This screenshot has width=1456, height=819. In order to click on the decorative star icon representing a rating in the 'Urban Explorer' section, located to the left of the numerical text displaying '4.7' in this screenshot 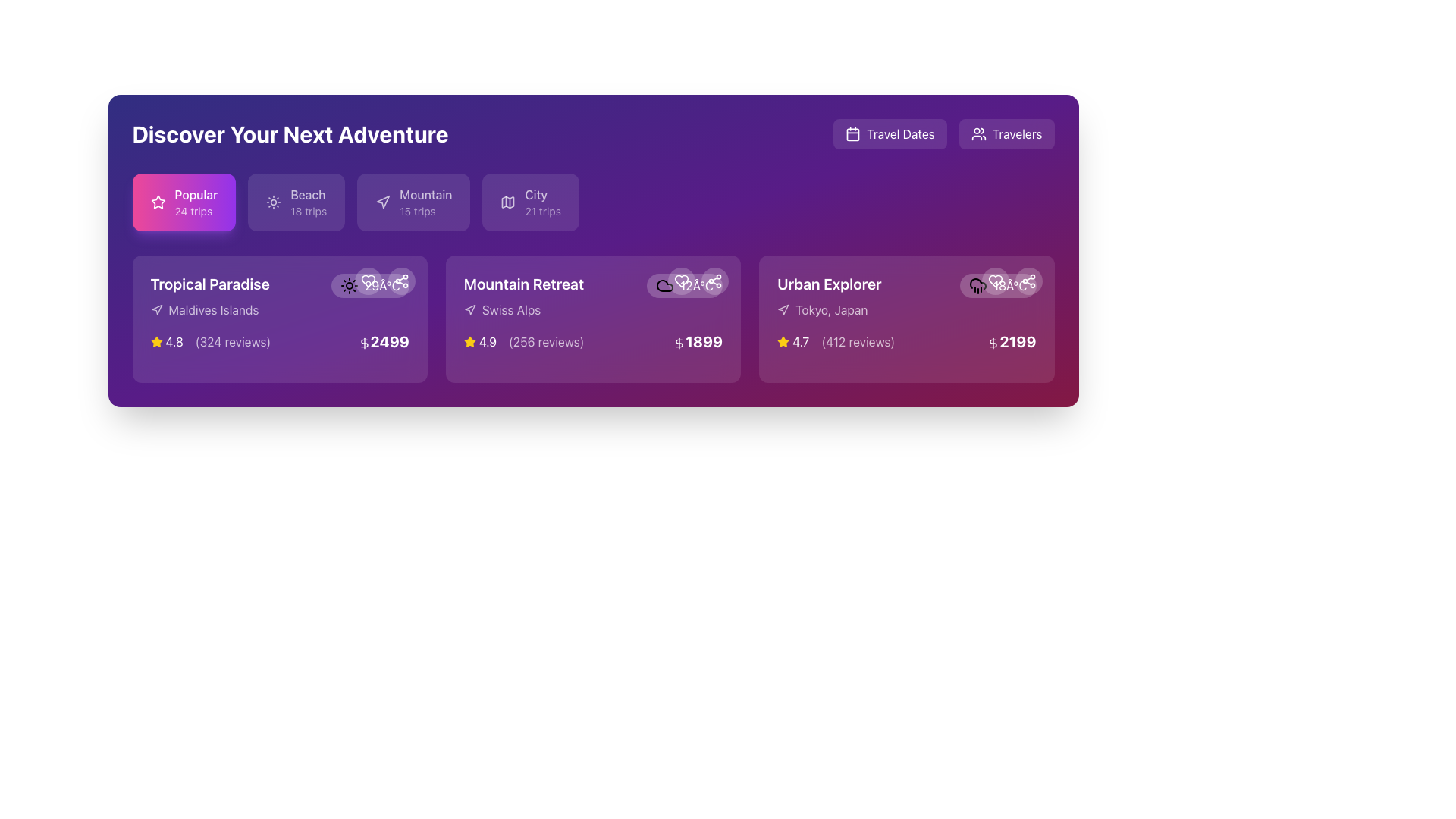, I will do `click(783, 342)`.